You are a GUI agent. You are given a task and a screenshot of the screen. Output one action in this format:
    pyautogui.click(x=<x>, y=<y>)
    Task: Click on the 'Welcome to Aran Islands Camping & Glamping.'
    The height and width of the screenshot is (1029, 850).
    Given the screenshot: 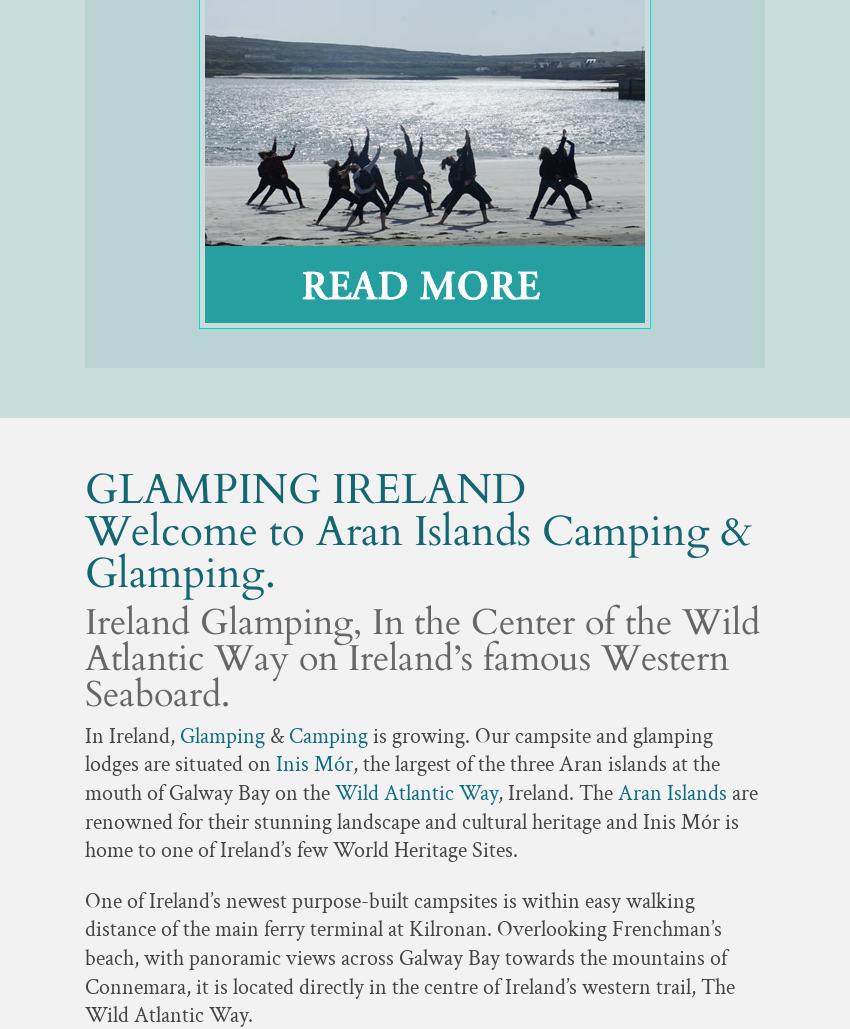 What is the action you would take?
    pyautogui.click(x=85, y=550)
    